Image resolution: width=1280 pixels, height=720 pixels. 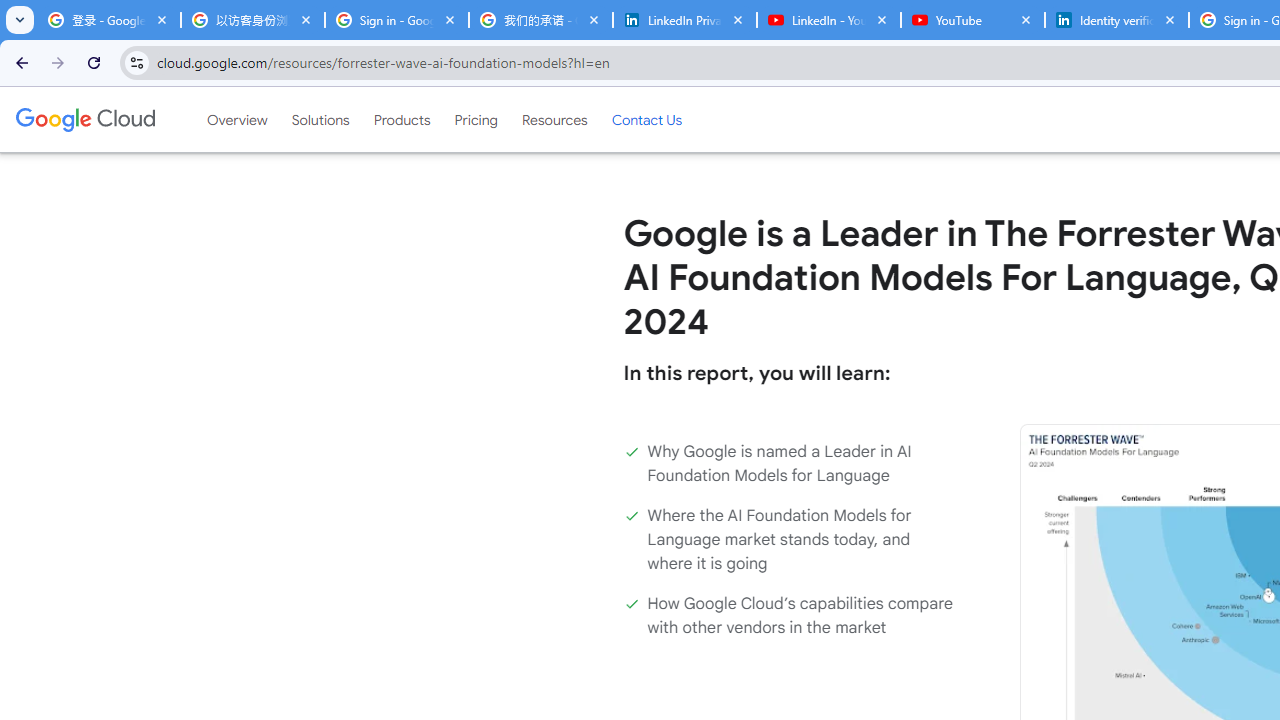 I want to click on 'Resources', so click(x=554, y=119).